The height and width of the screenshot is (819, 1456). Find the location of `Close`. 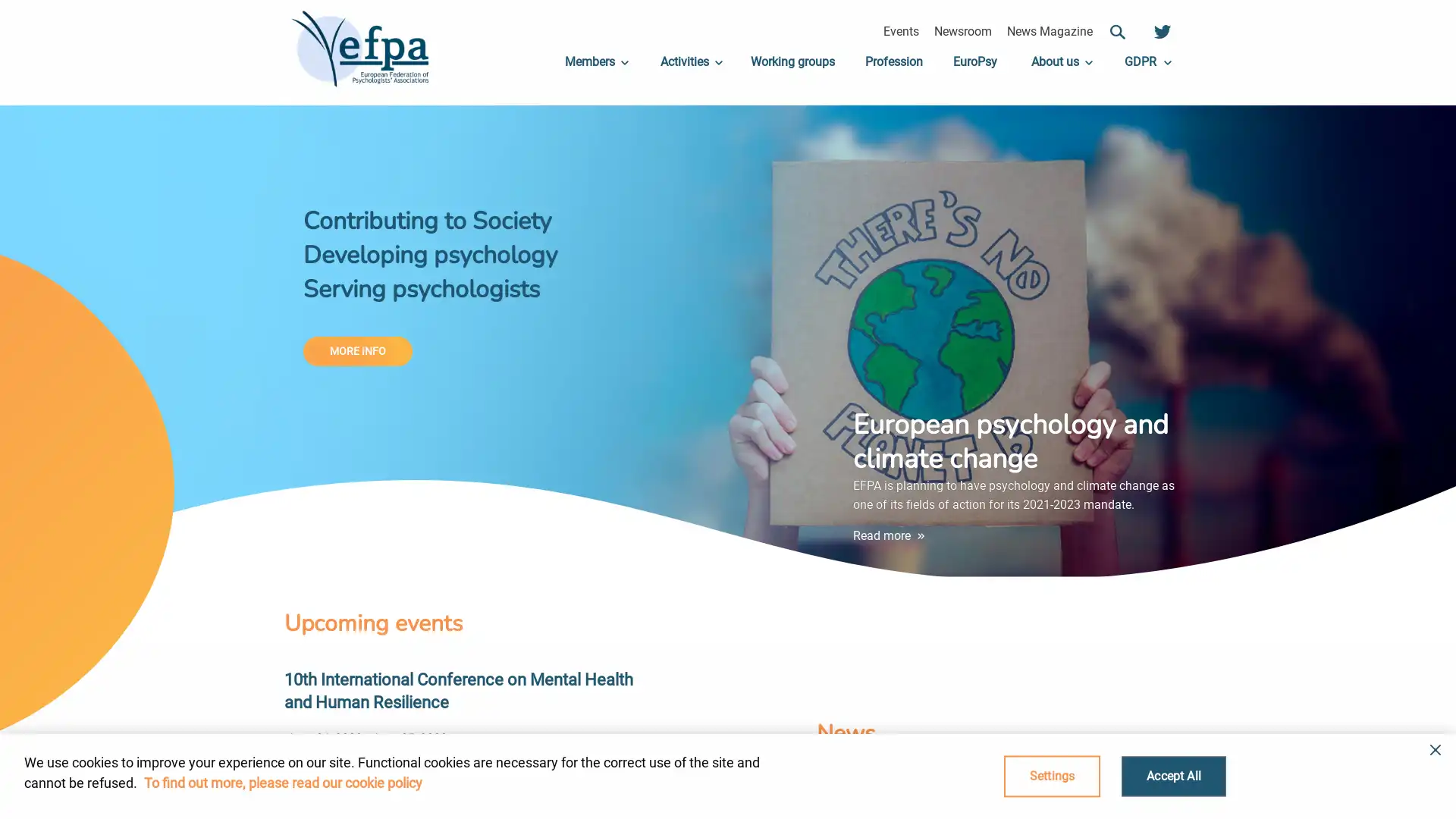

Close is located at coordinates (1430, 761).